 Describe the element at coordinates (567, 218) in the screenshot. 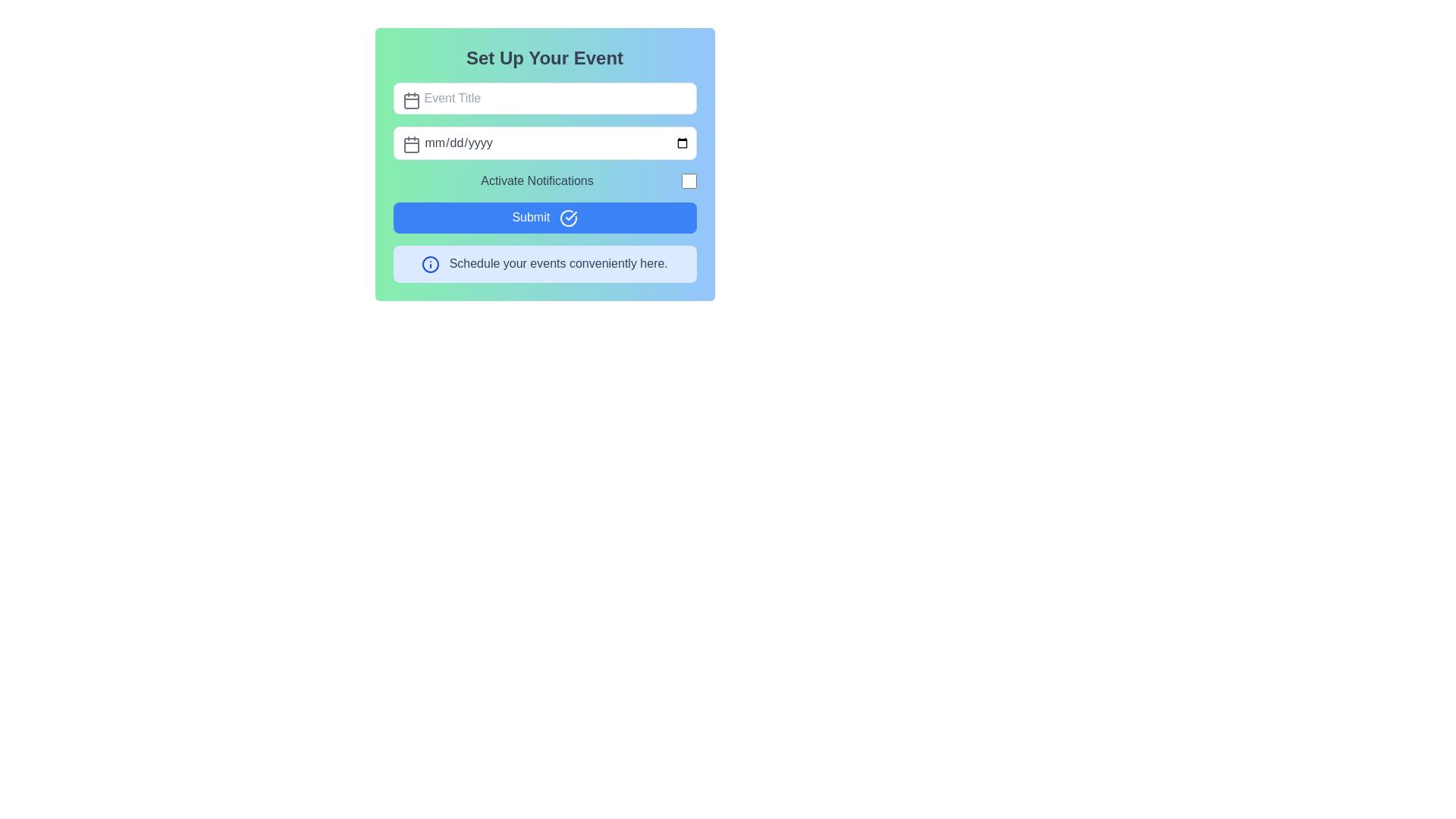

I see `the decorative status indicator icon located to the immediate right side of the 'Submit' button in the form interface` at that location.